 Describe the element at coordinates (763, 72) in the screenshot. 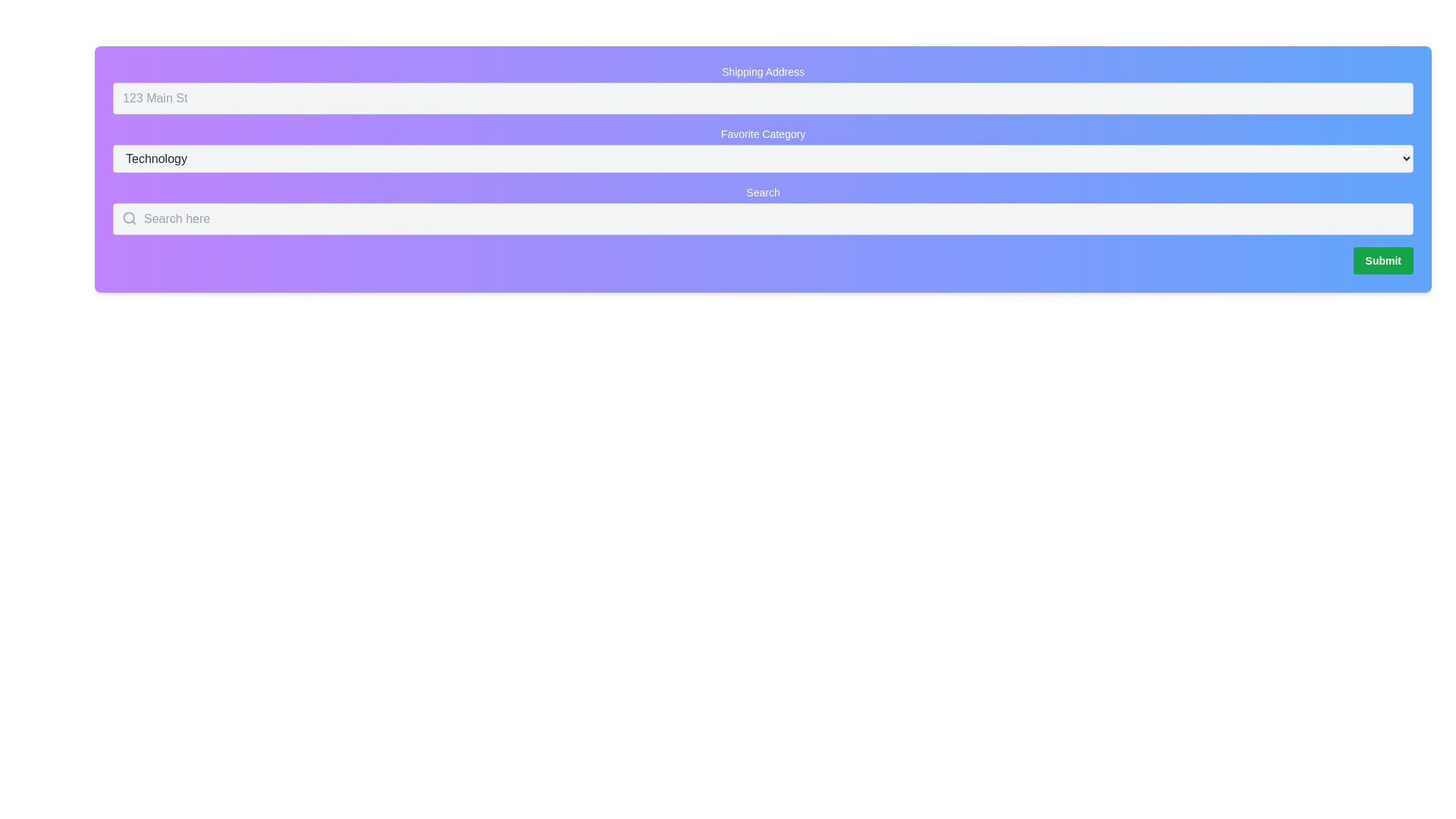

I see `text content of the 'Shipping Address' label, which is a bold text label located at the top of the form UI layout` at that location.